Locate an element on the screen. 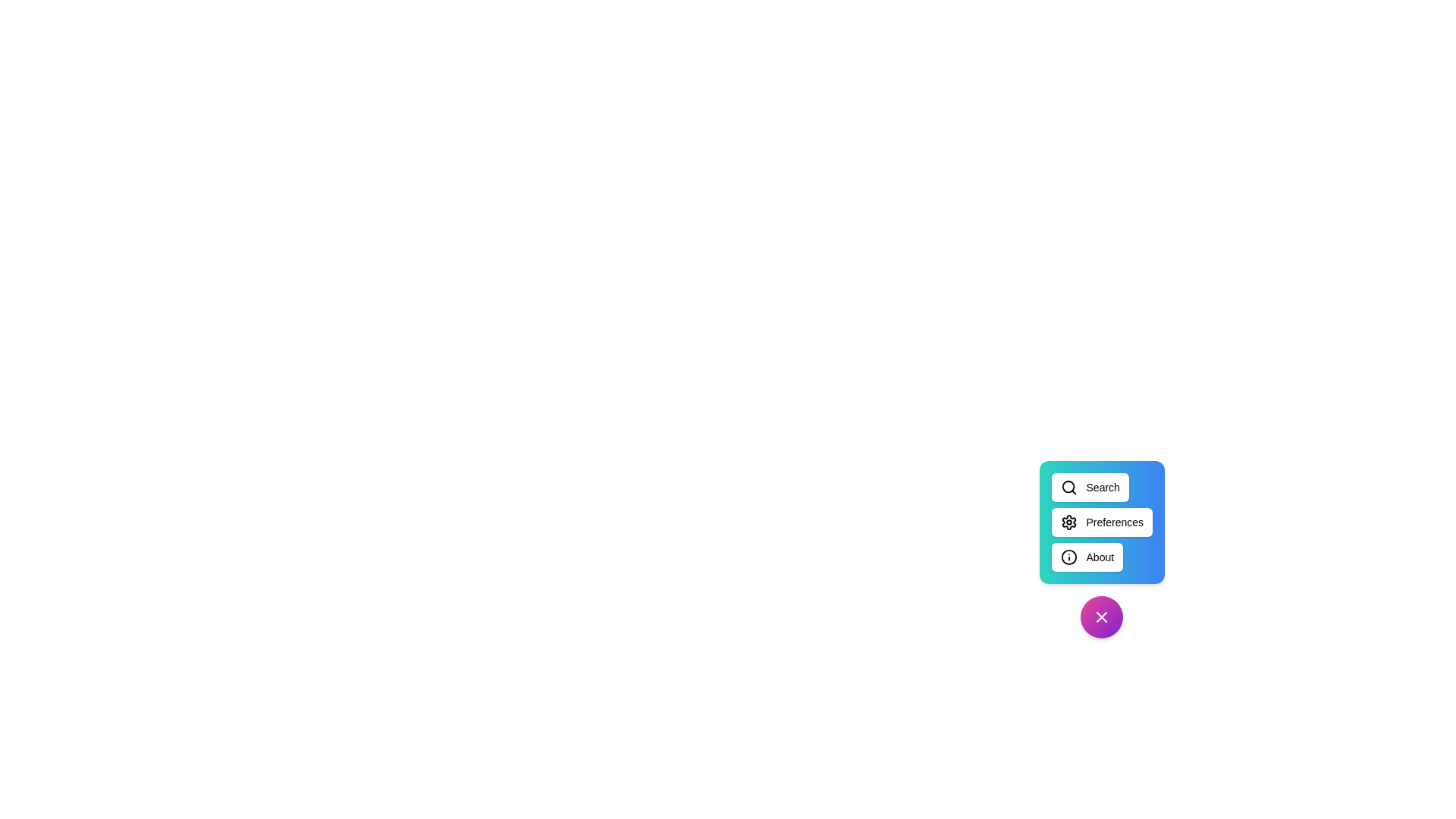  the central button to toggle the menu open or closed is located at coordinates (1102, 617).